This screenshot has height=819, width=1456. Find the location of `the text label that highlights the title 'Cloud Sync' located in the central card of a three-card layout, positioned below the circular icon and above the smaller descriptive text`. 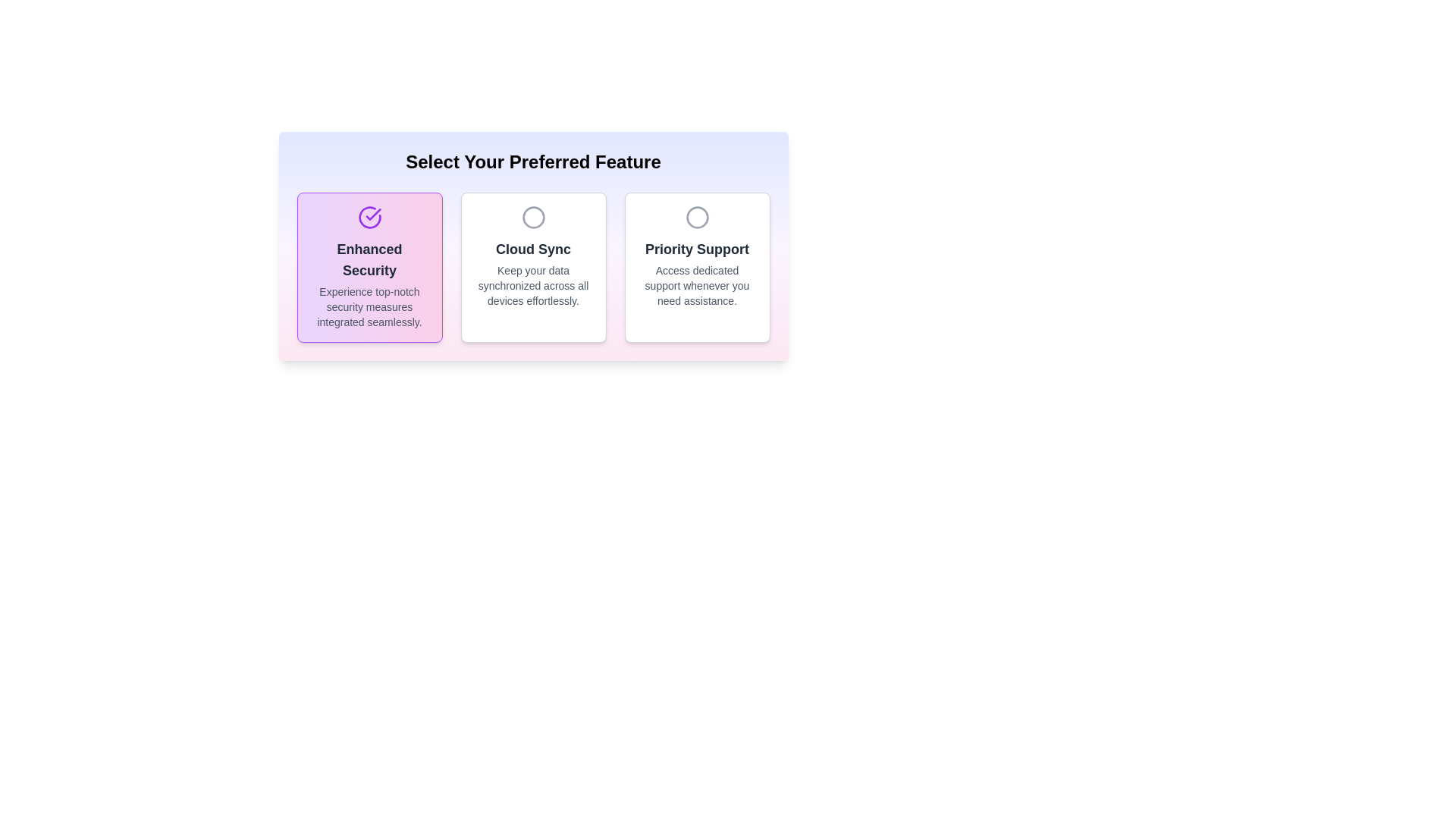

the text label that highlights the title 'Cloud Sync' located in the central card of a three-card layout, positioned below the circular icon and above the smaller descriptive text is located at coordinates (533, 248).